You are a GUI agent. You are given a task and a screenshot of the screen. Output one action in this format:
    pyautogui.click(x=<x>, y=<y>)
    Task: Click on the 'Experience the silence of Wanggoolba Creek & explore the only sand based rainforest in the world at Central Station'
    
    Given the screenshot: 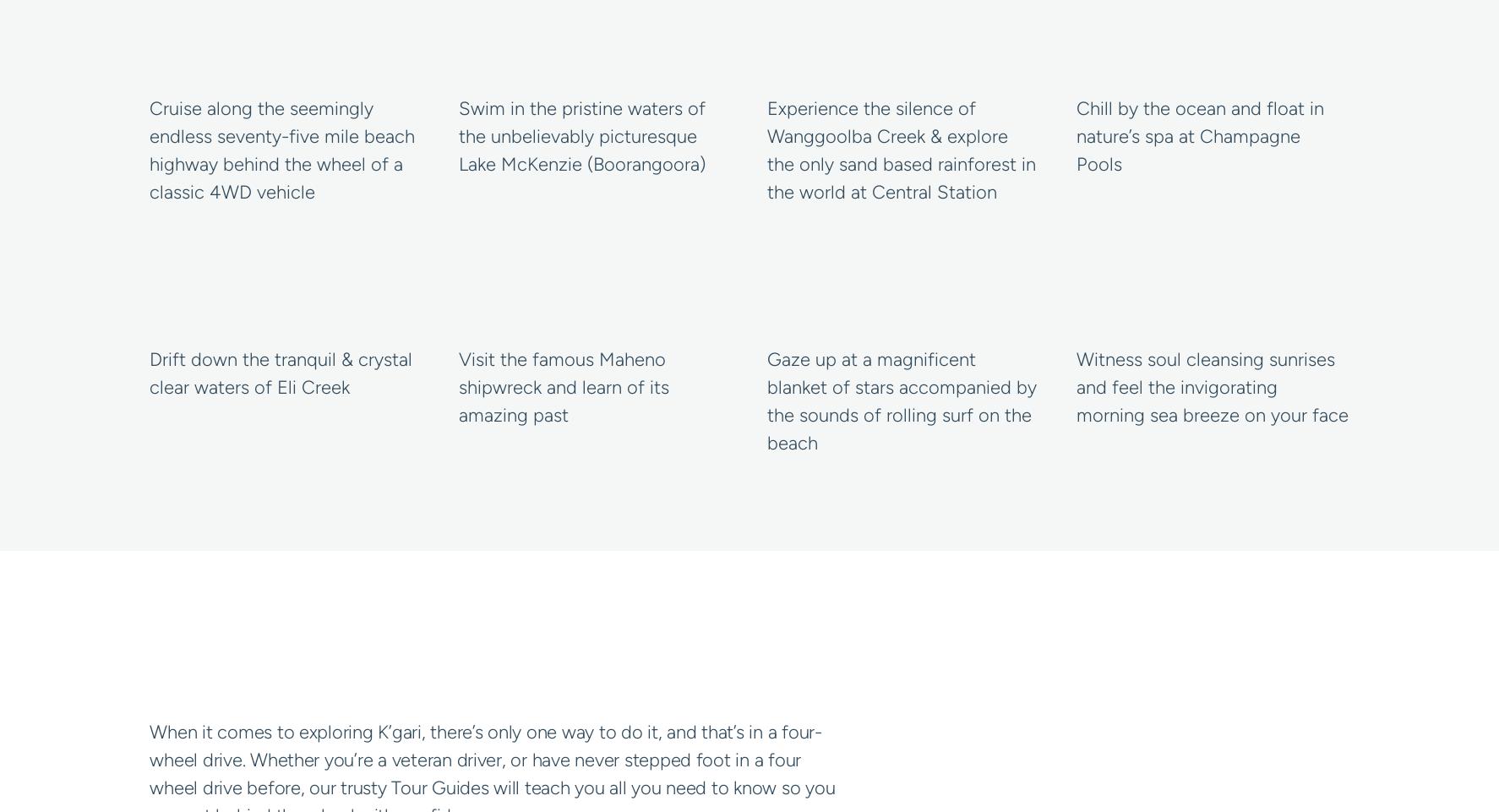 What is the action you would take?
    pyautogui.click(x=766, y=150)
    